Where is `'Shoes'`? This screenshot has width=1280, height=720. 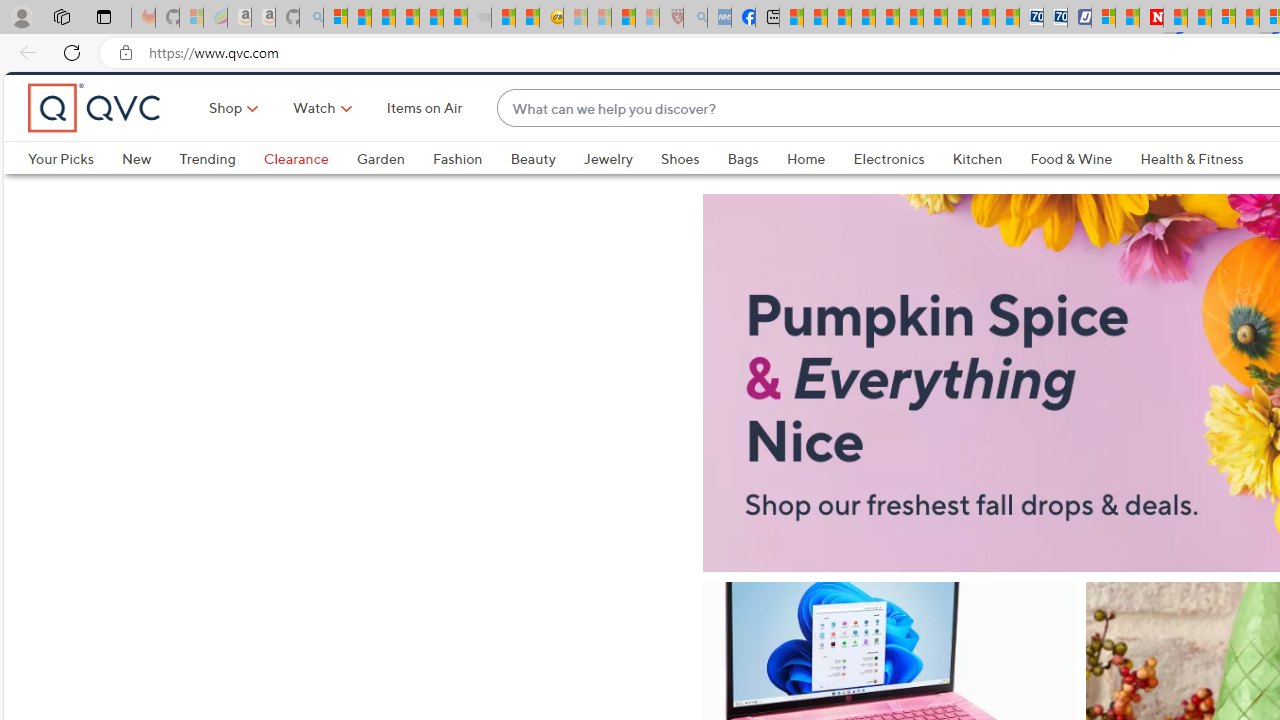
'Shoes' is located at coordinates (680, 192).